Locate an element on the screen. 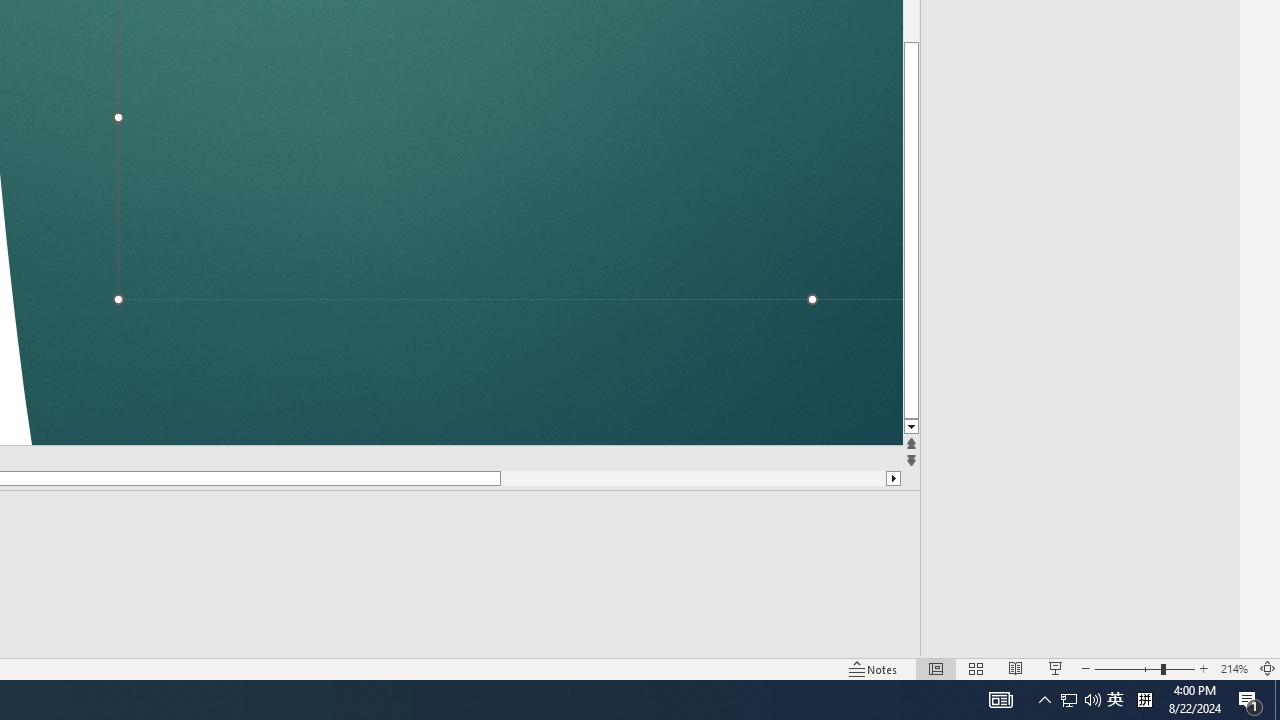  'Line down' is located at coordinates (910, 426).